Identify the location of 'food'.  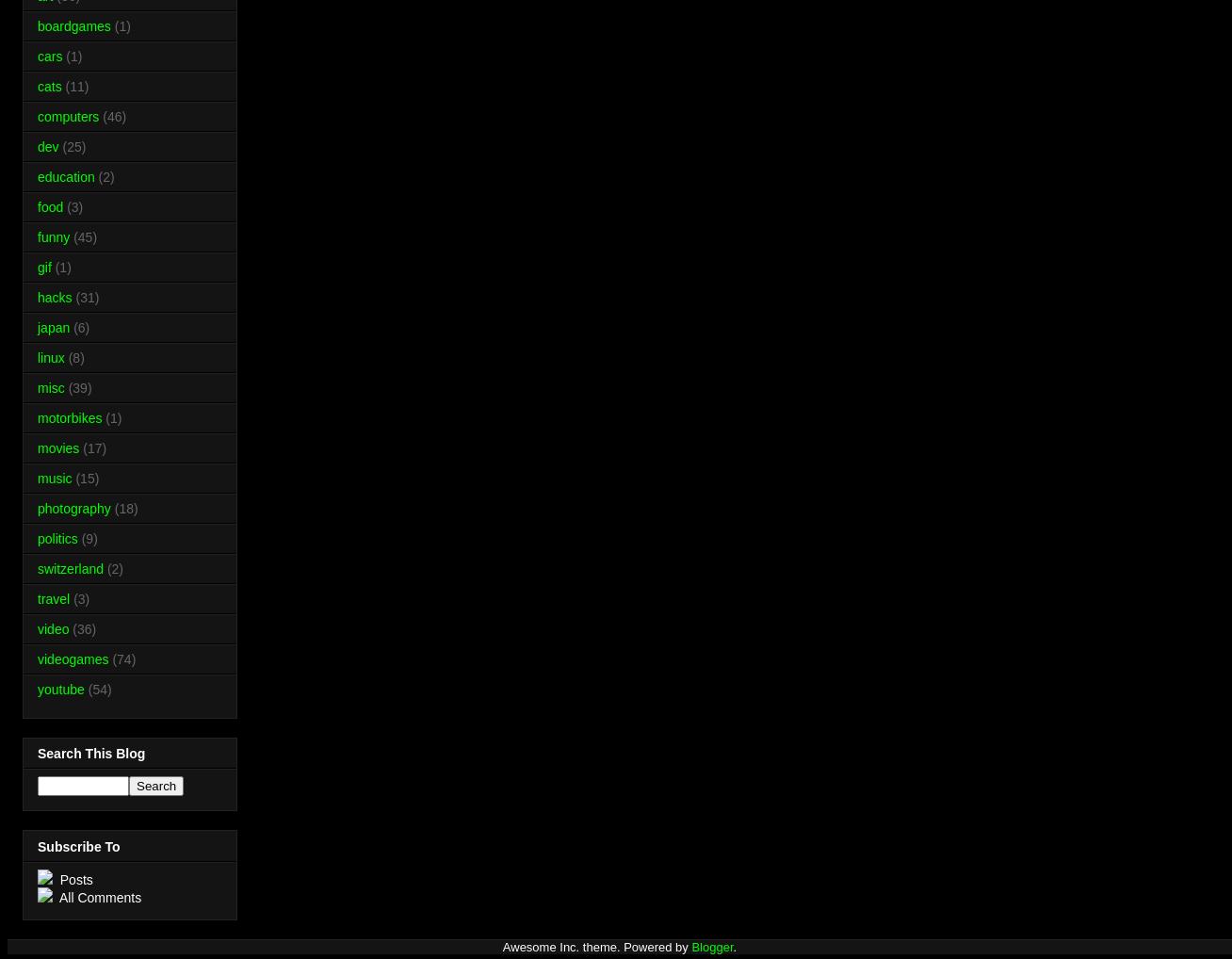
(50, 204).